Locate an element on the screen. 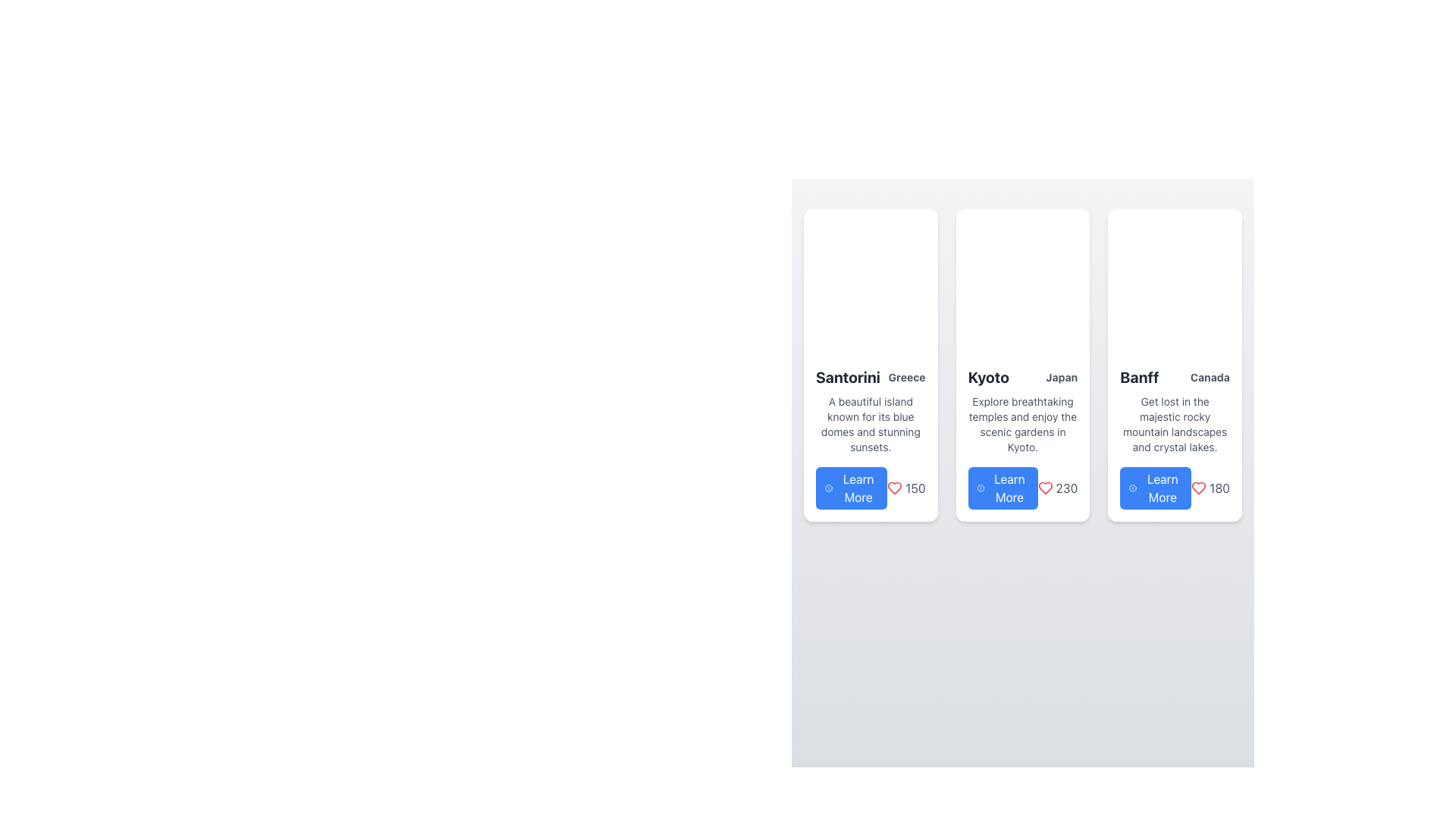 This screenshot has width=1456, height=819. the button located at the bottom of the 'Kyoto, Japan' card is located at coordinates (1003, 488).